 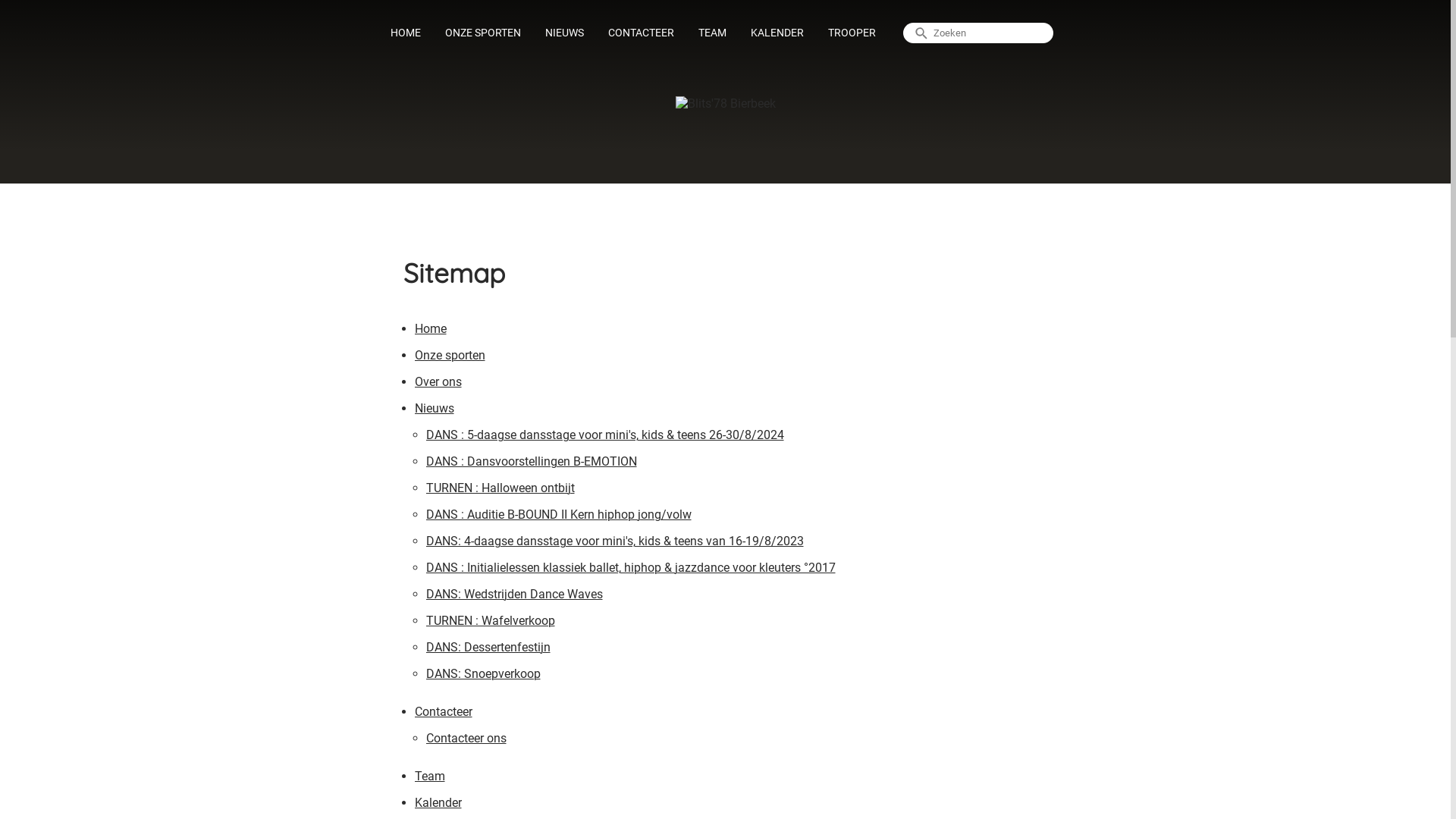 I want to click on 'Over ons', so click(x=414, y=383).